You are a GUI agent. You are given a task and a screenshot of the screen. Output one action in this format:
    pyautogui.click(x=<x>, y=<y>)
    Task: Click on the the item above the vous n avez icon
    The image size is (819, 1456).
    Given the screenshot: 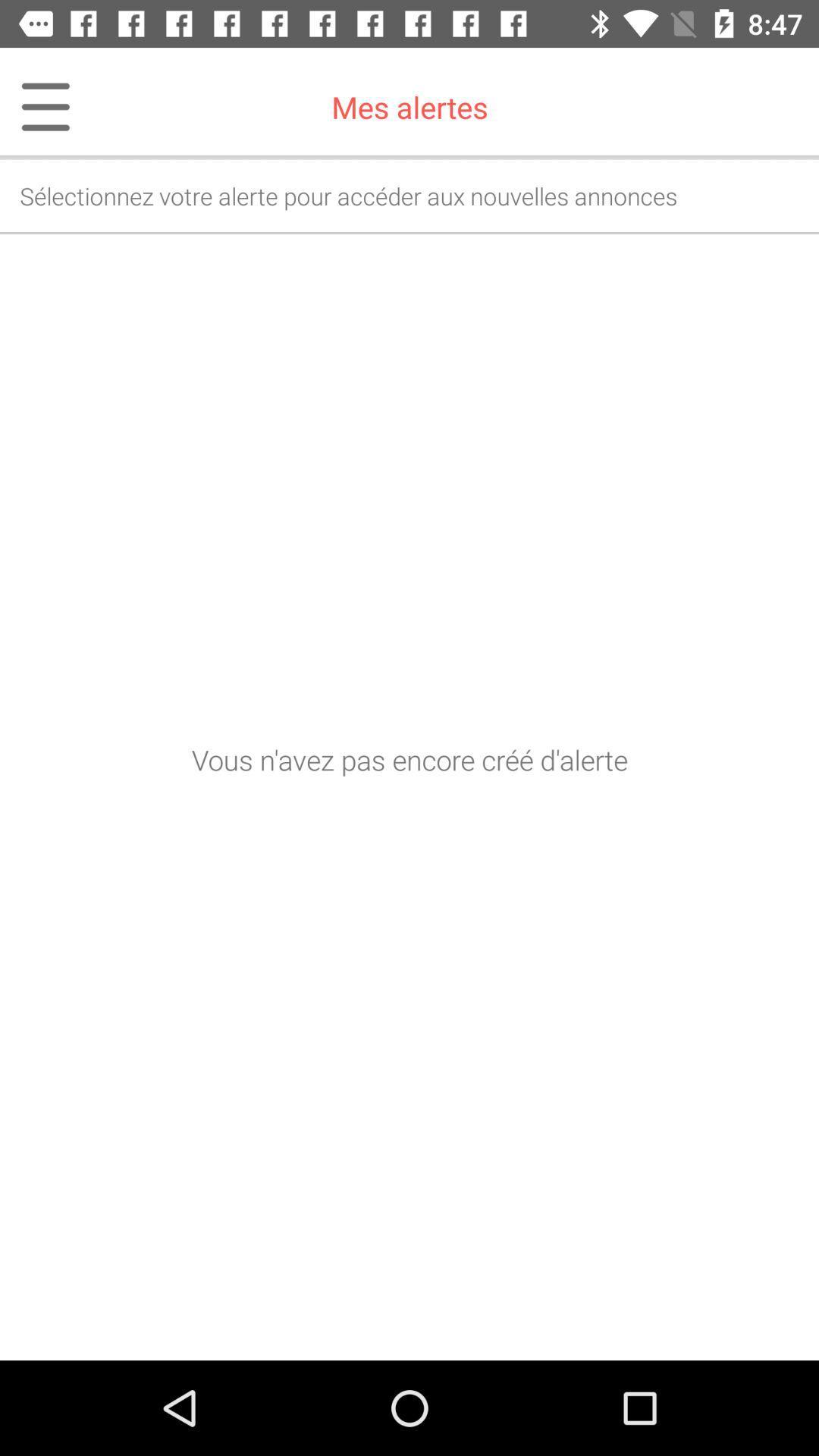 What is the action you would take?
    pyautogui.click(x=35, y=106)
    